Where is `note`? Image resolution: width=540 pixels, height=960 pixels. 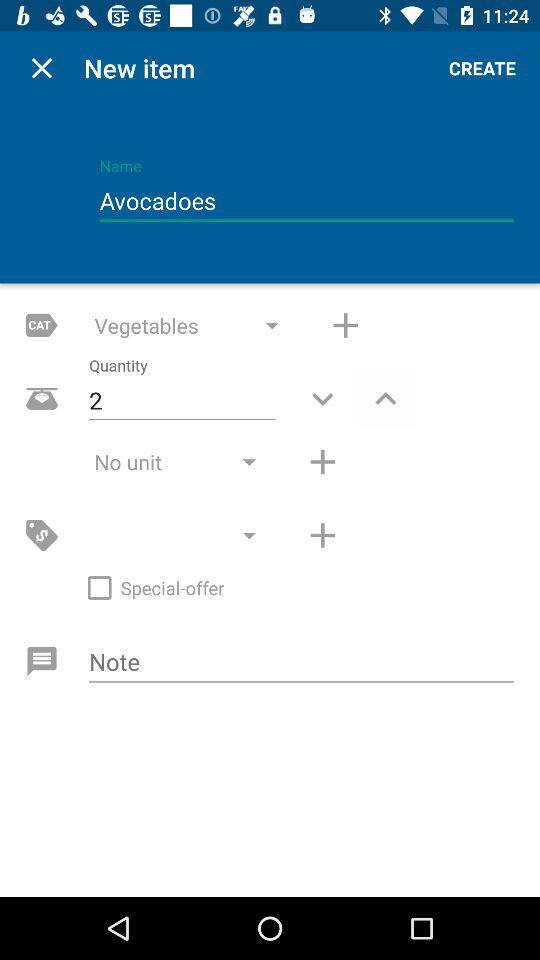 note is located at coordinates (300, 663).